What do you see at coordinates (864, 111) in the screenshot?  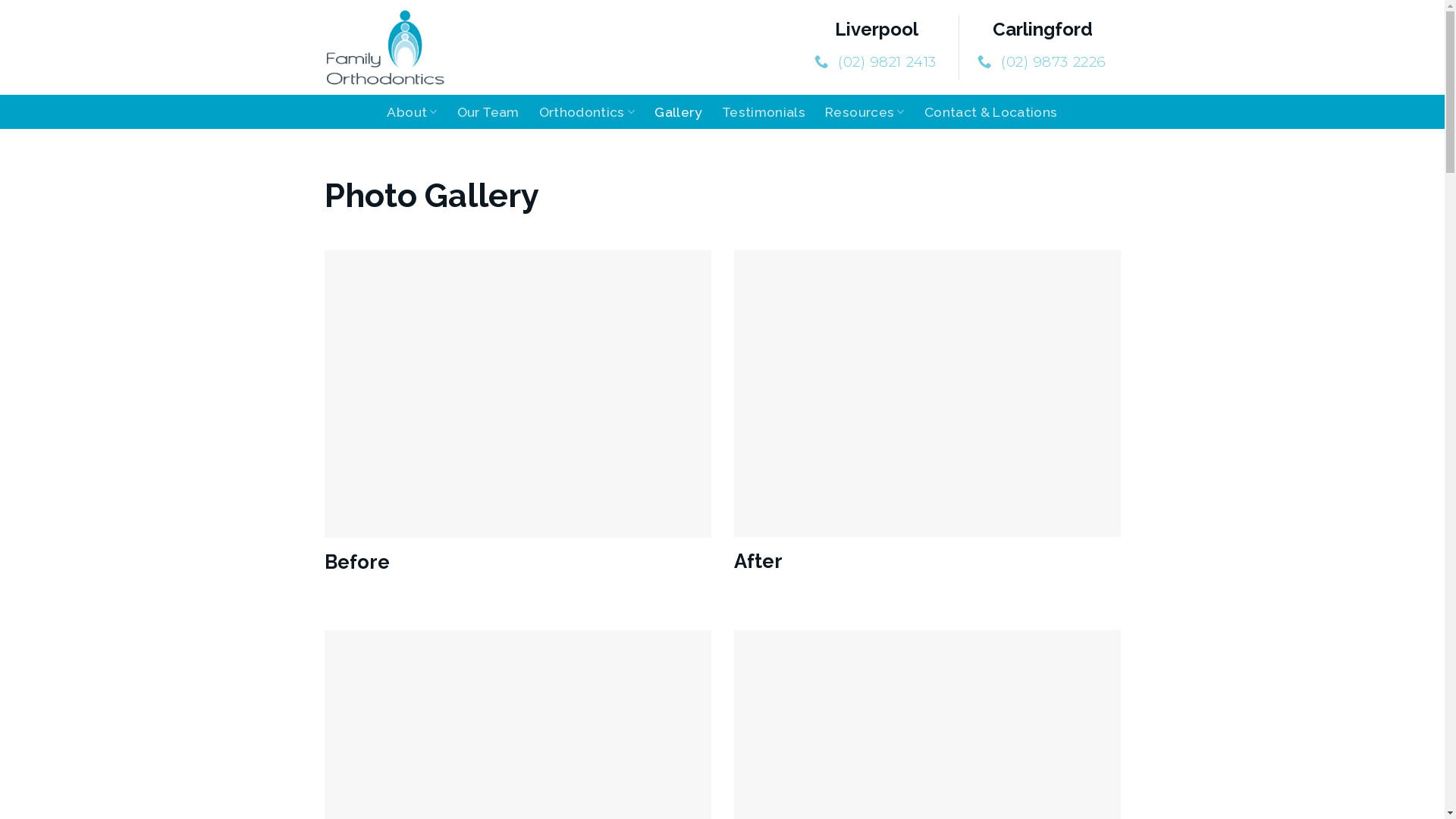 I see `'Resources'` at bounding box center [864, 111].